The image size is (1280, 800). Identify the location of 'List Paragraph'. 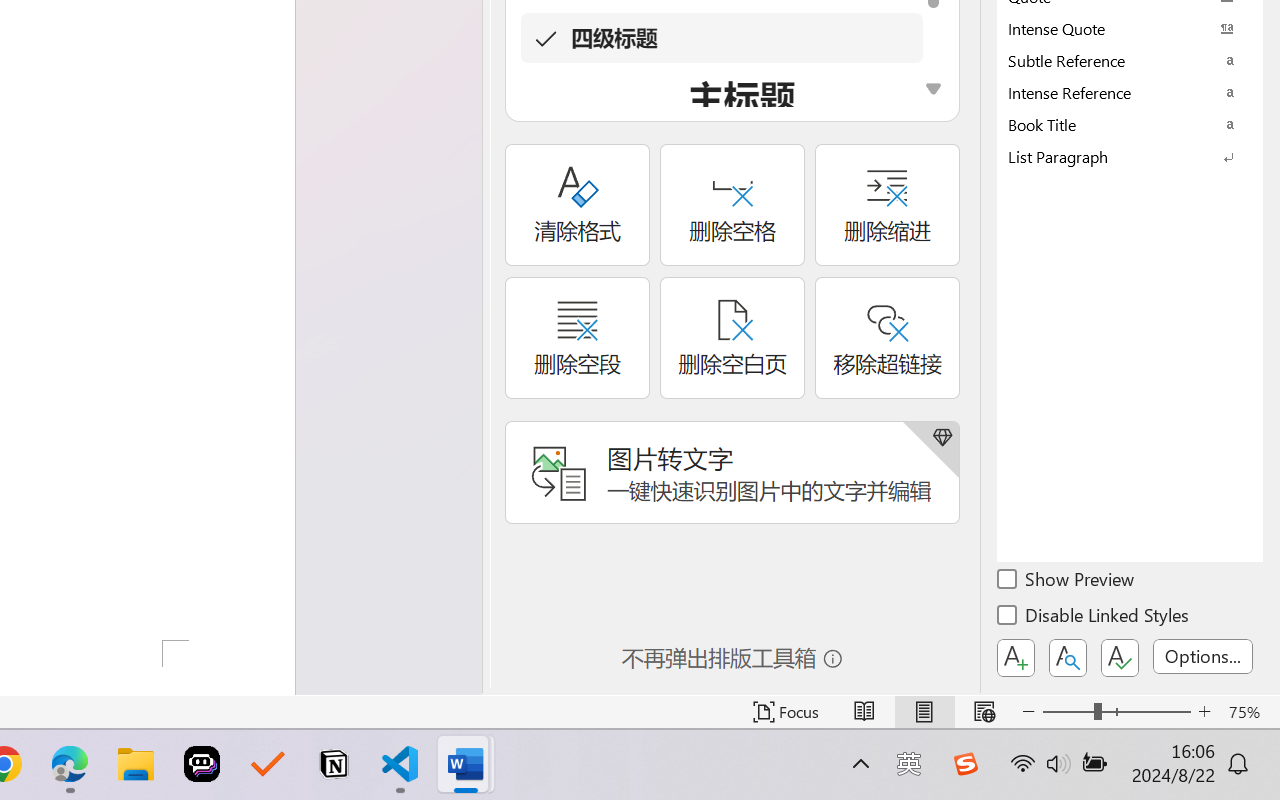
(1130, 156).